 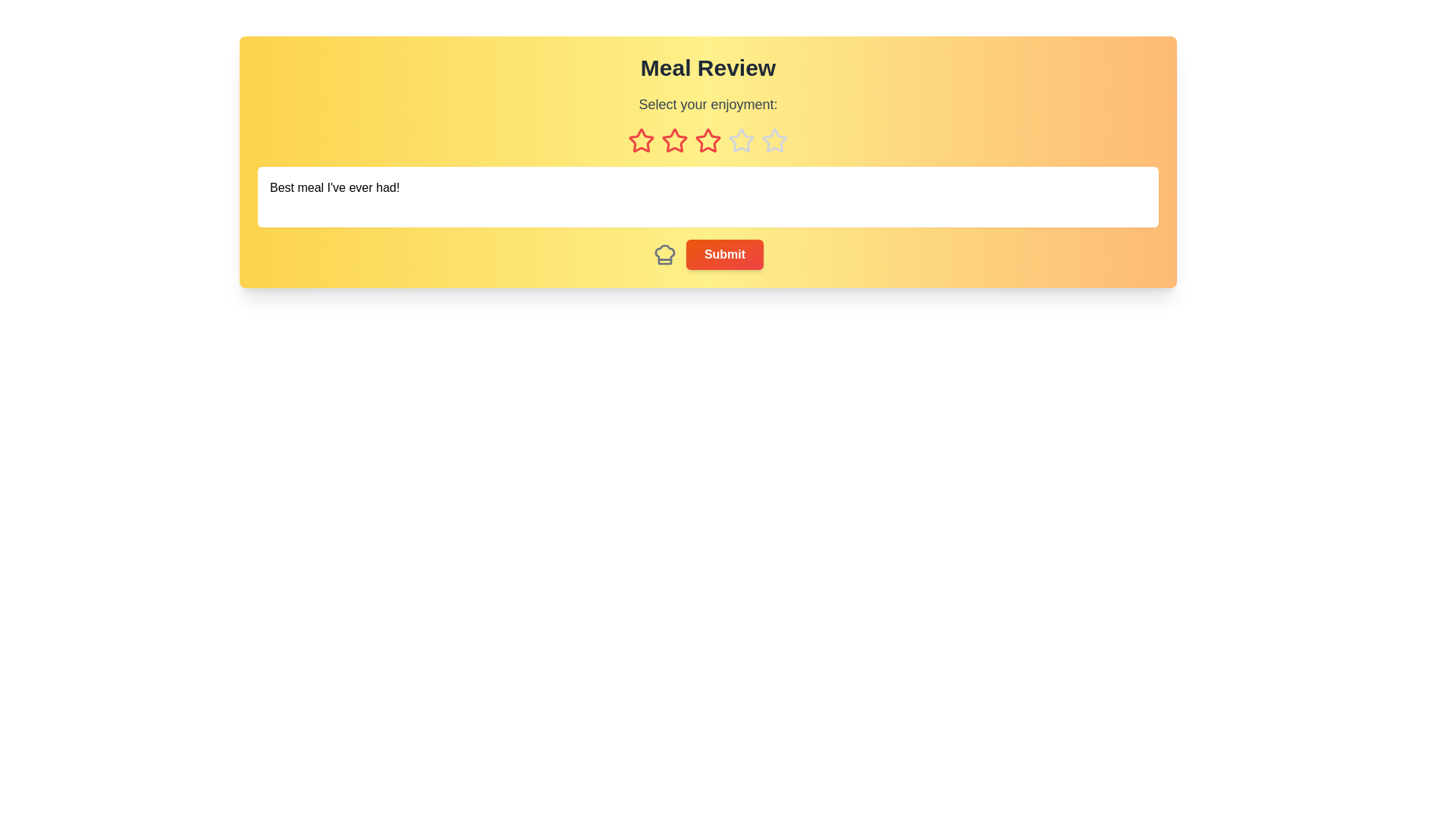 I want to click on the central portion of the chef's hat icon, which serves as a decorative element indicating culinary themes, so click(x=664, y=253).